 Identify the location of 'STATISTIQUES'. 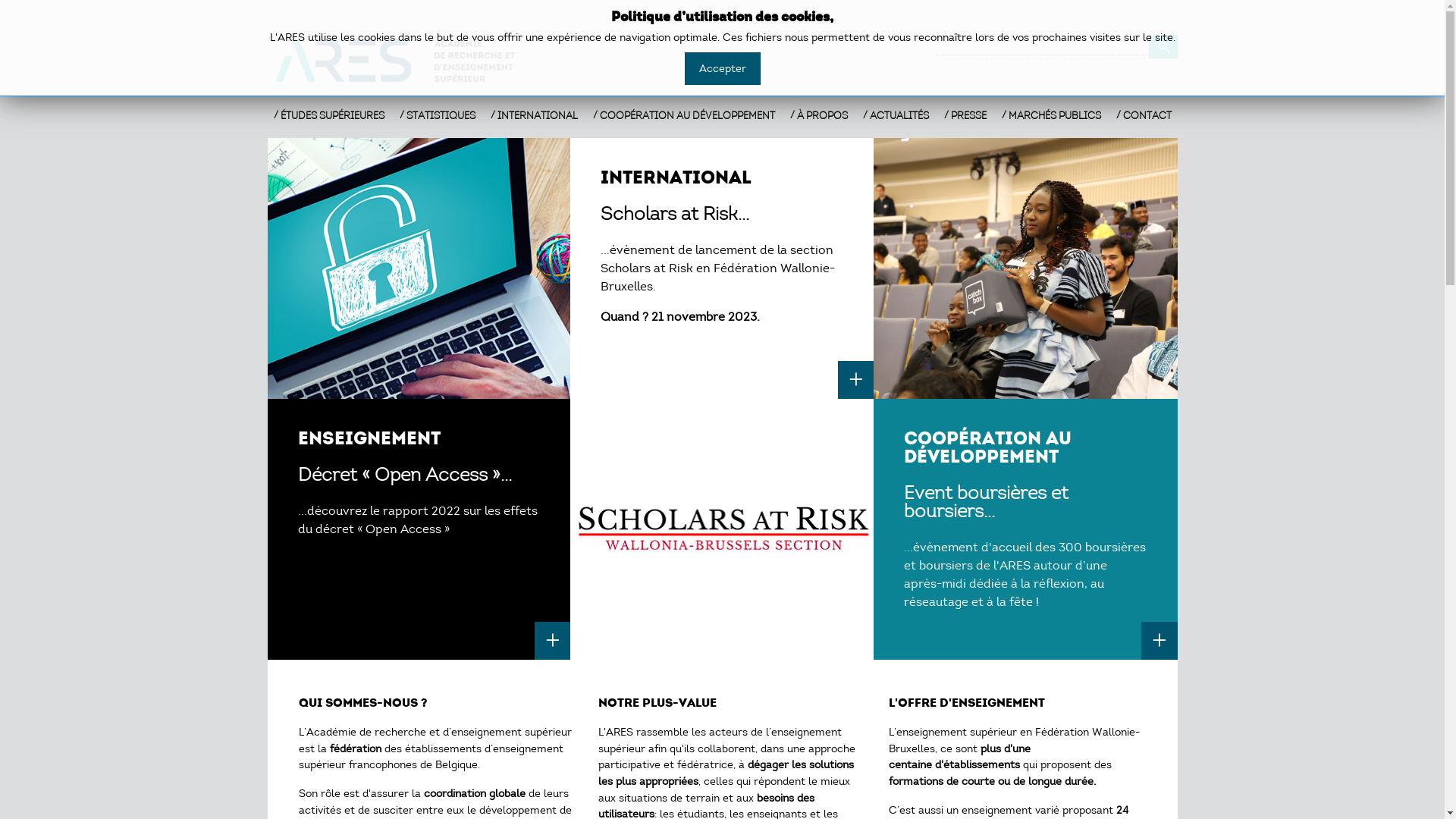
(399, 115).